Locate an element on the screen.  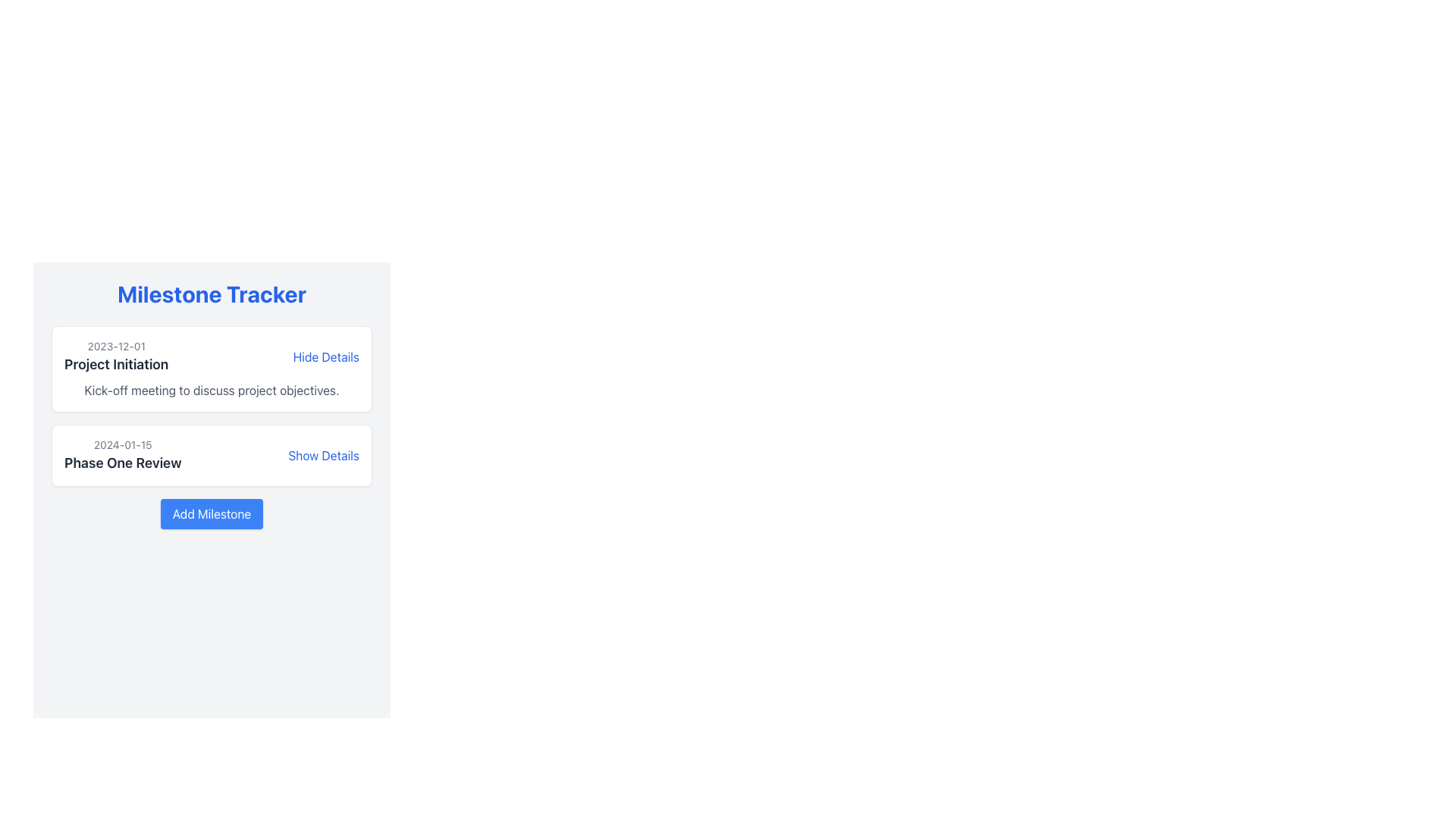
the text label displaying 'Kick-off meeting to discuss project objectives.' located below the section title 'Project Initiation' is located at coordinates (211, 390).